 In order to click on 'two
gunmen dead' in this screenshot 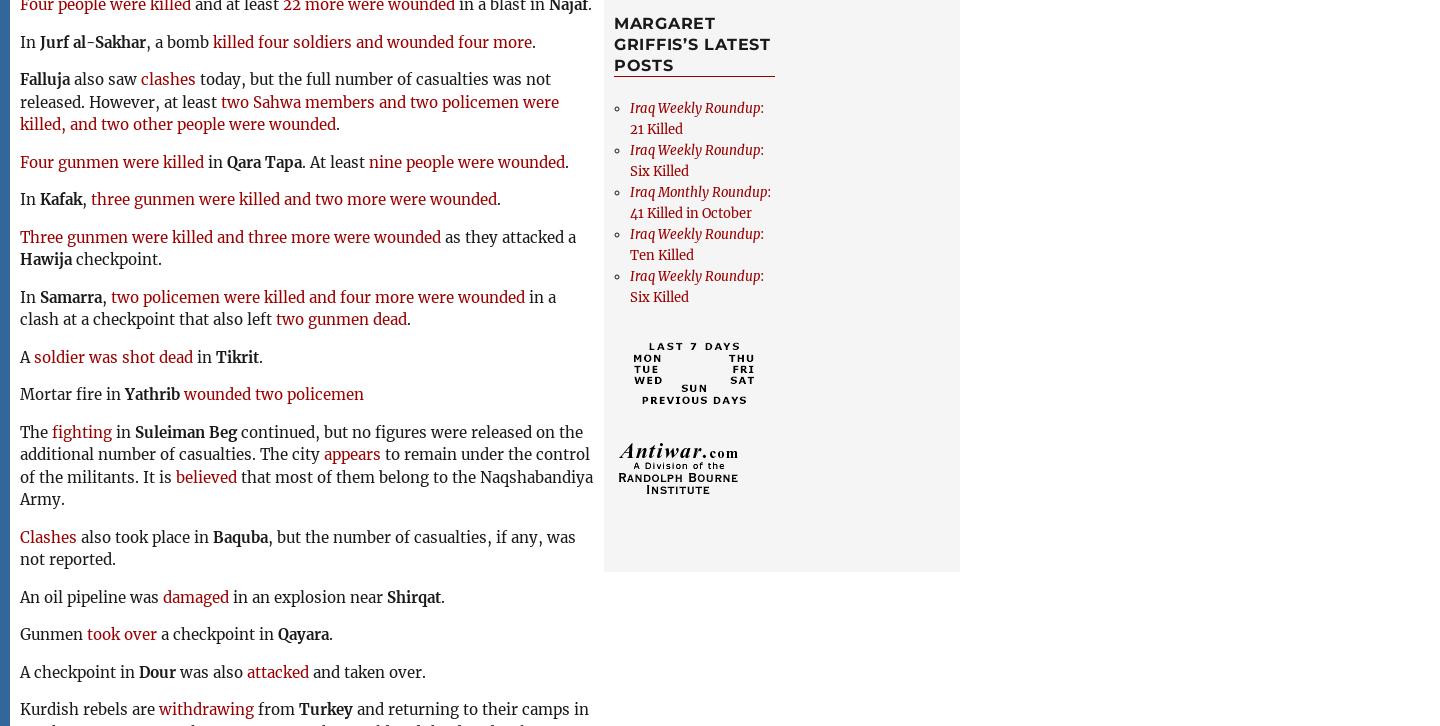, I will do `click(341, 318)`.